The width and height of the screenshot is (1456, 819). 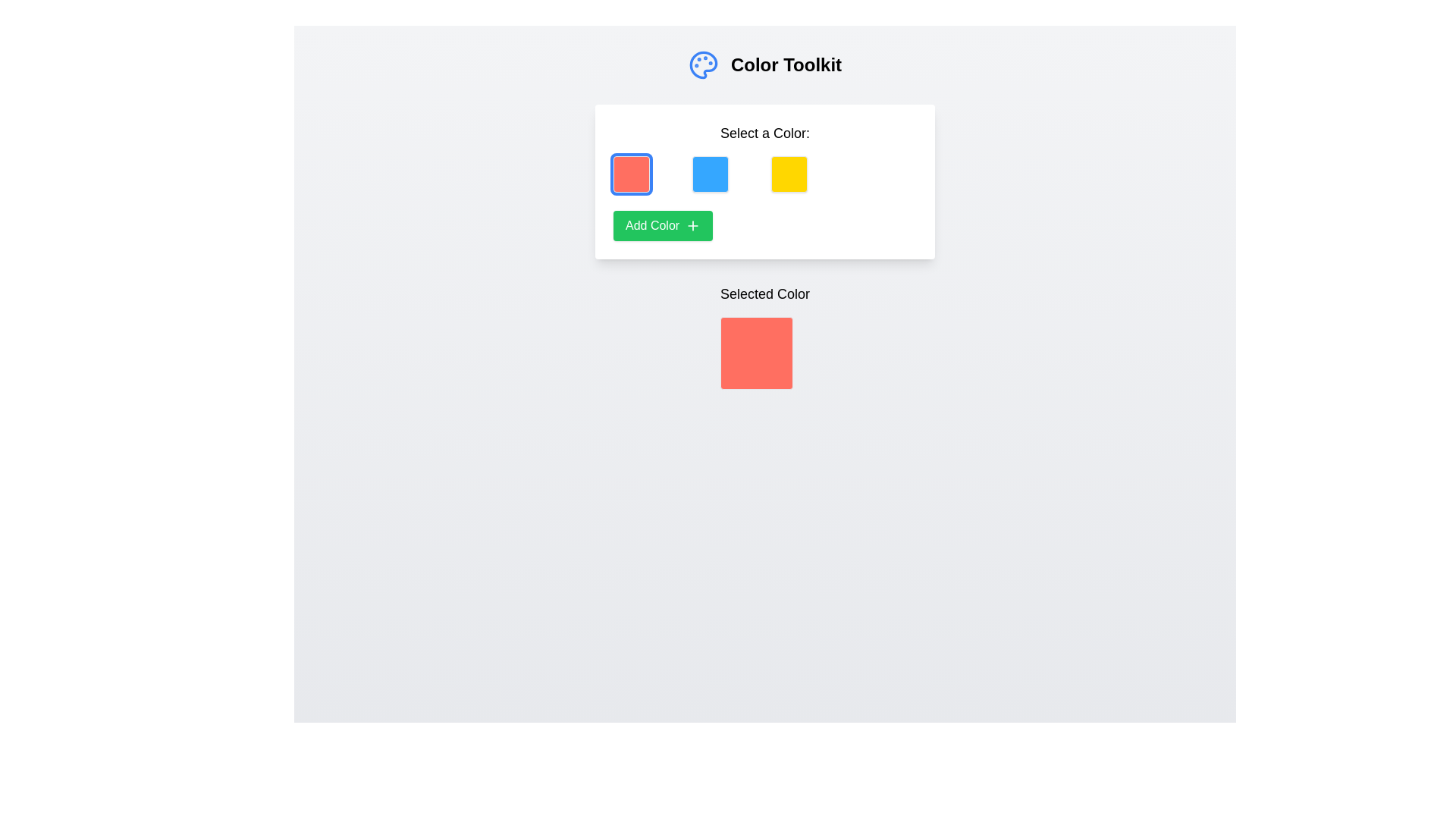 What do you see at coordinates (789, 174) in the screenshot?
I see `the third color selection button, which allows the user` at bounding box center [789, 174].